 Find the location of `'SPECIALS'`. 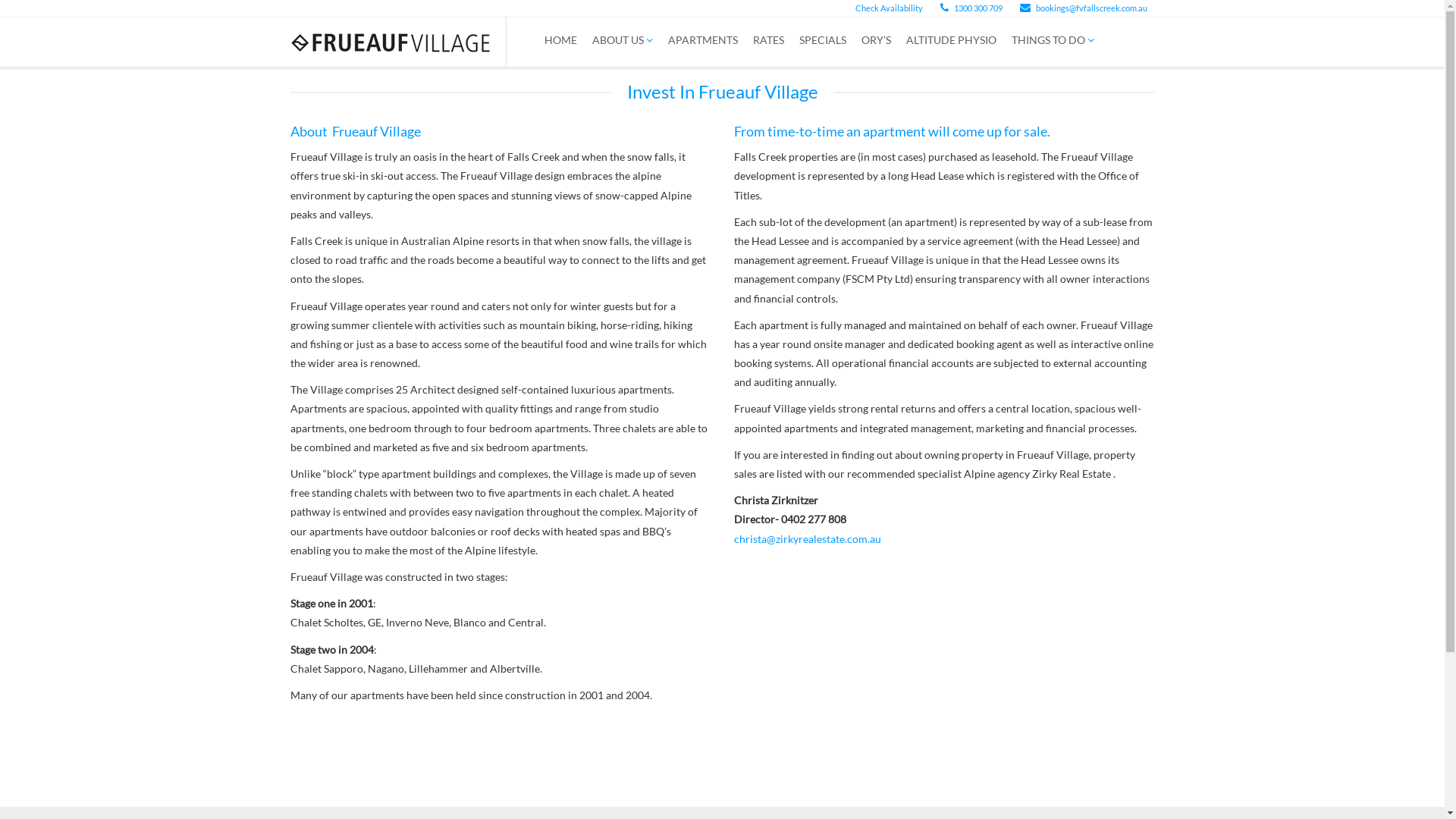

'SPECIALS' is located at coordinates (821, 39).